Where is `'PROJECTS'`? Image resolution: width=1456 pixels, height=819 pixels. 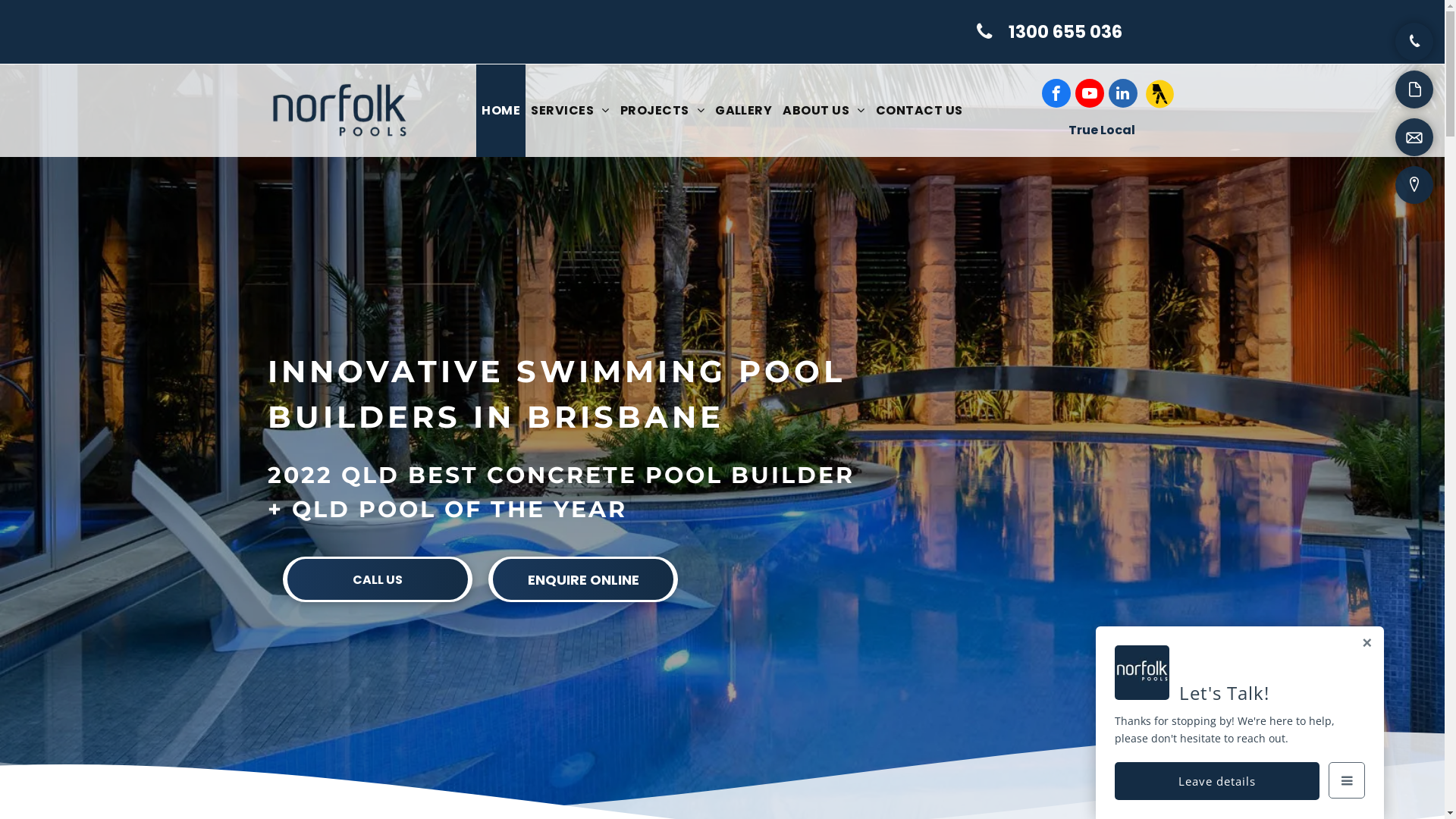 'PROJECTS' is located at coordinates (615, 110).